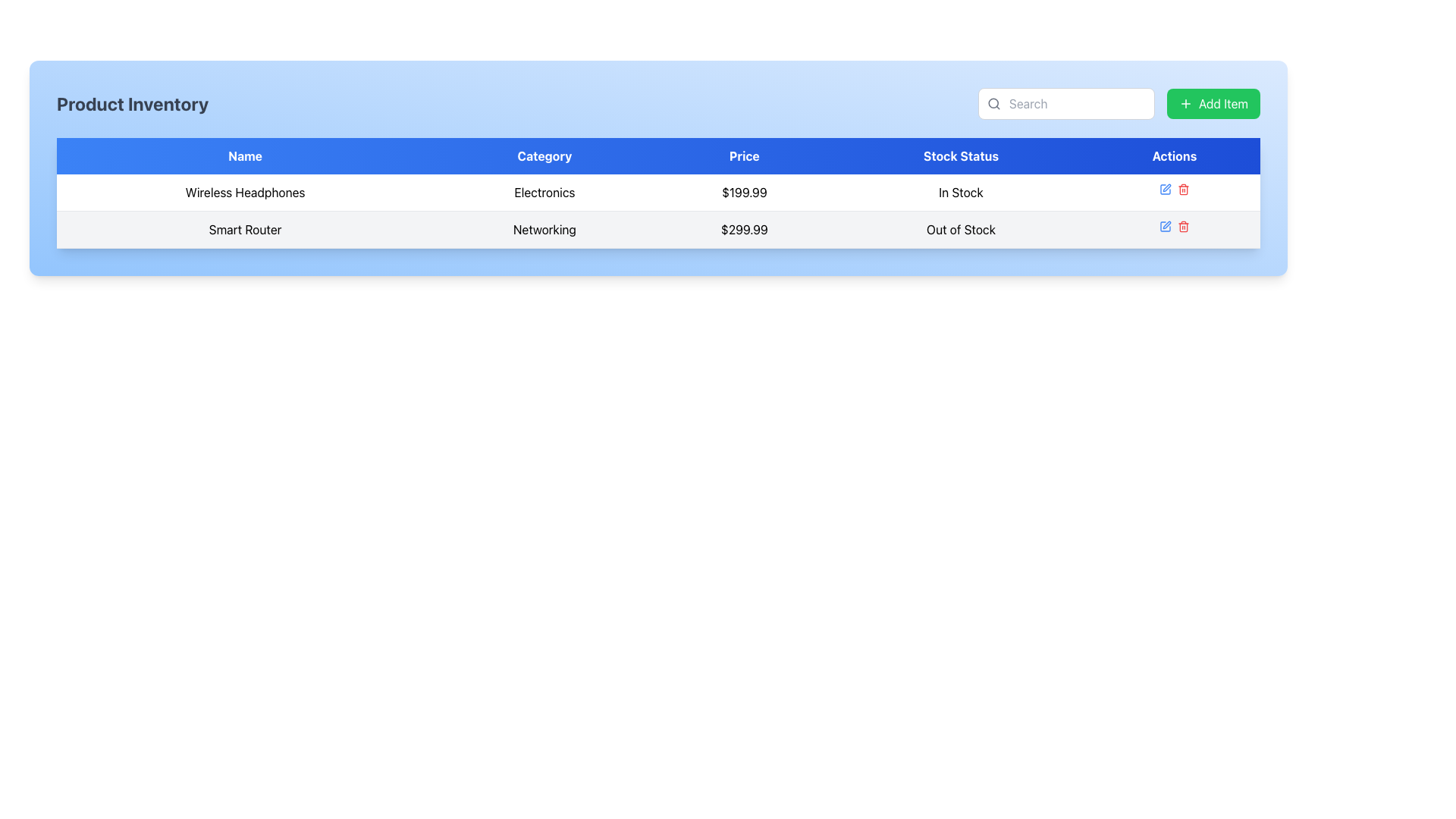 The image size is (1456, 819). Describe the element at coordinates (1166, 187) in the screenshot. I see `the blue edit icon in the 'Actions' column of the second row under 'Product Inventory'` at that location.